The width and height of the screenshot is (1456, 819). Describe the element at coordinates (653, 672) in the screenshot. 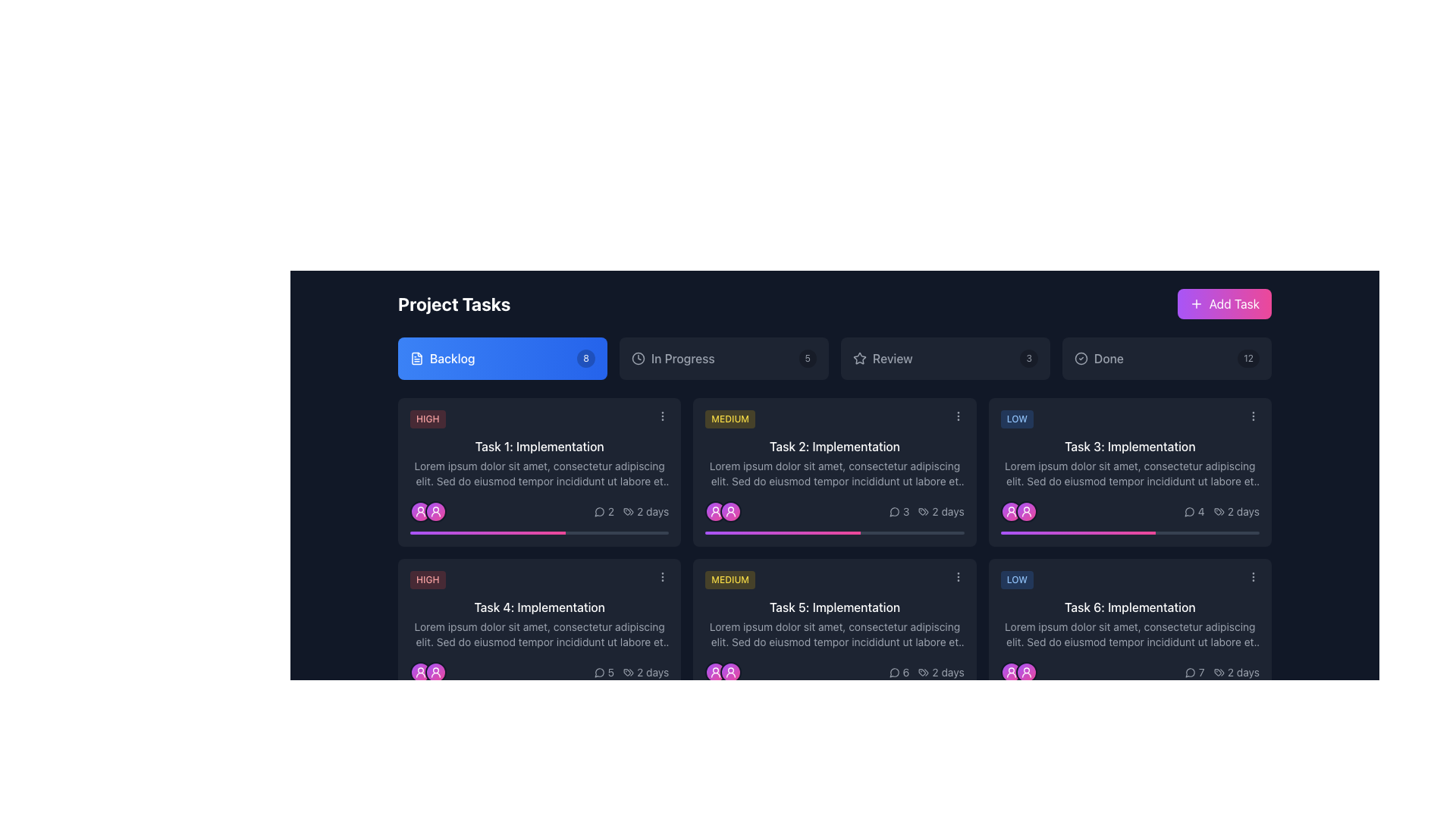

I see `text of the label displaying '2 days', which is styled in gray and positioned in the bottom row of the task card in the 'Project Tasks' interface` at that location.